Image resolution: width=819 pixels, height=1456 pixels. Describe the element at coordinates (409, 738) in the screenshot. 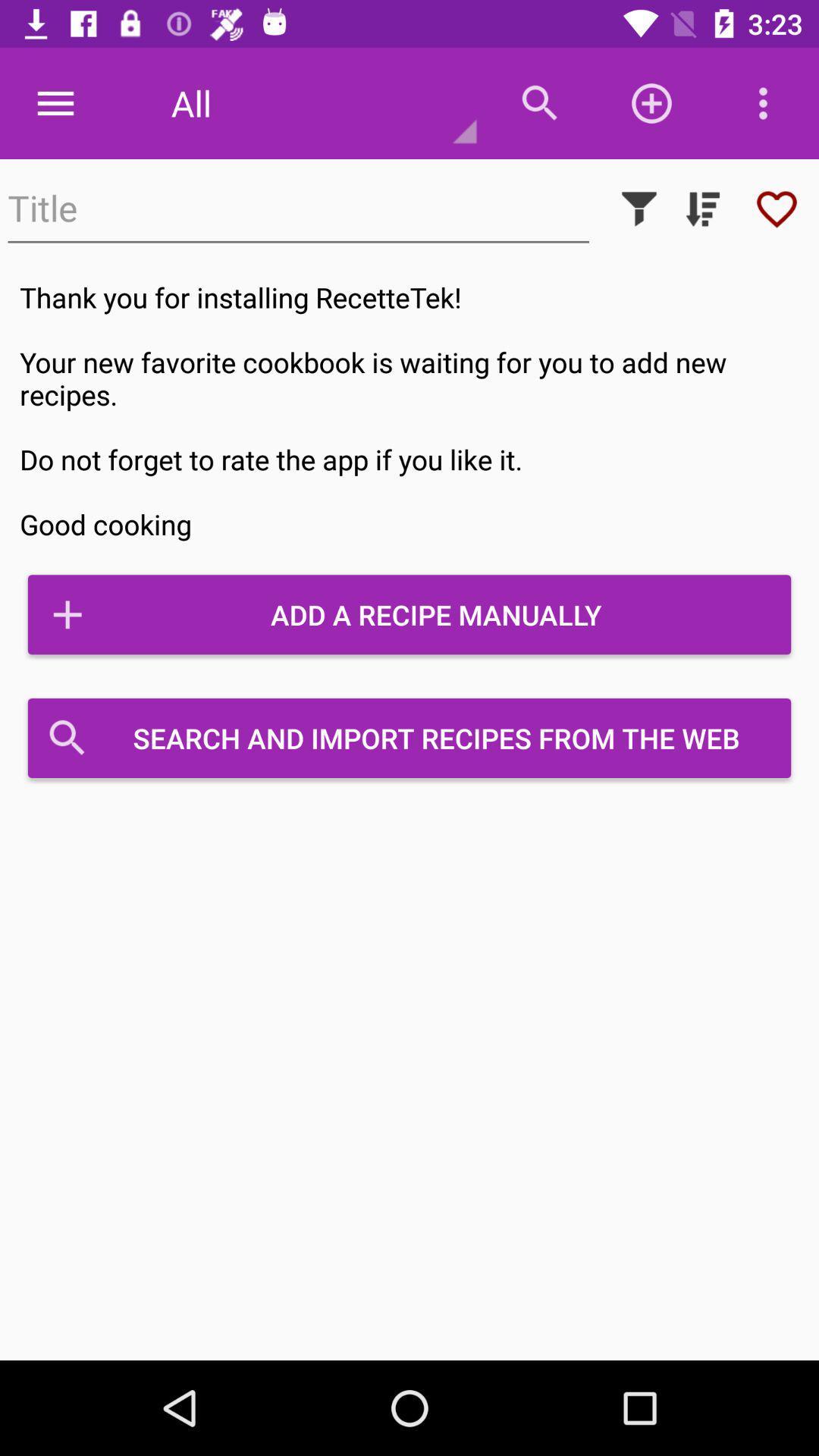

I see `icon below add a recipe` at that location.